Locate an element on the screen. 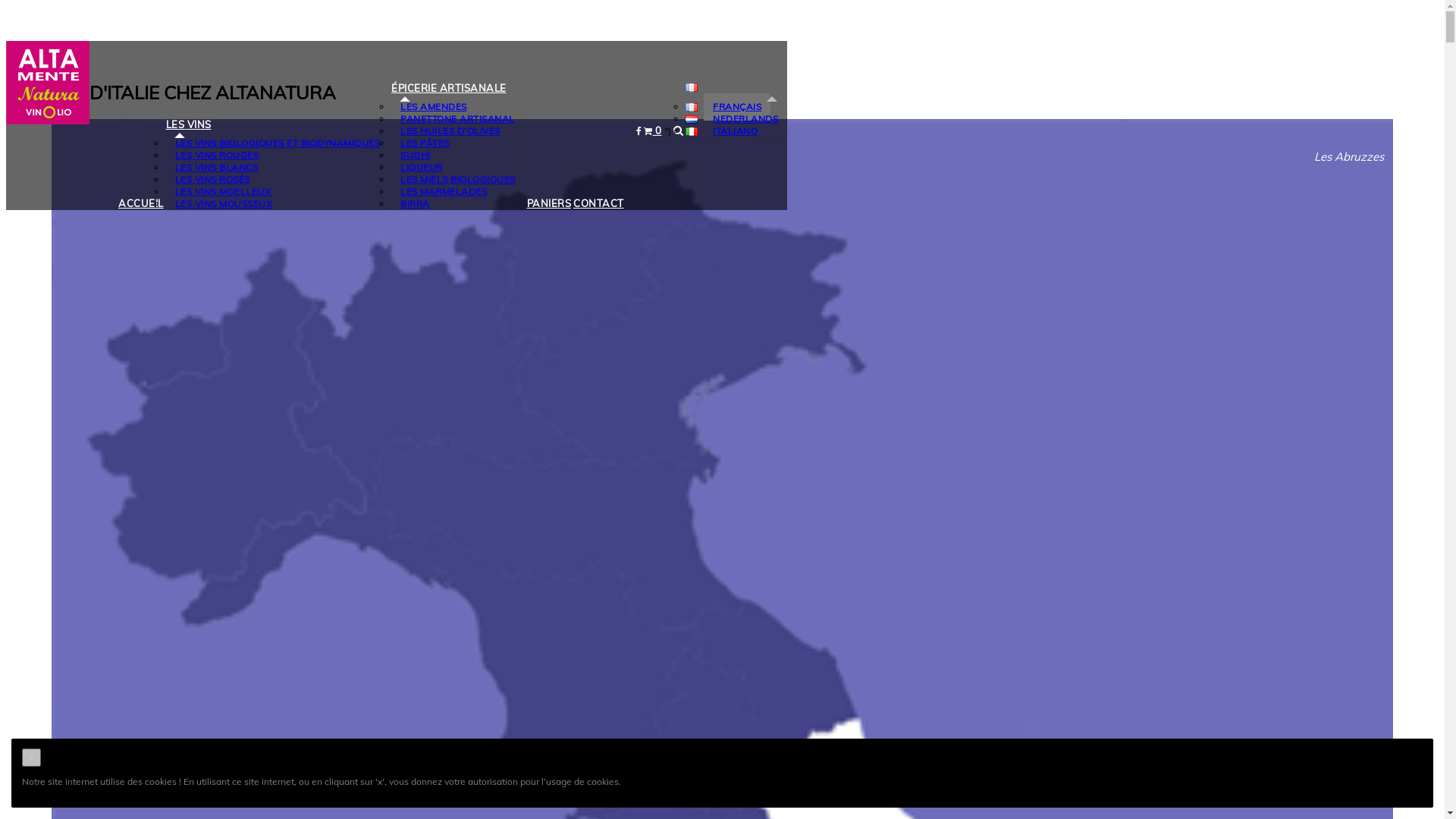  'NEDERLANDS' is located at coordinates (745, 118).